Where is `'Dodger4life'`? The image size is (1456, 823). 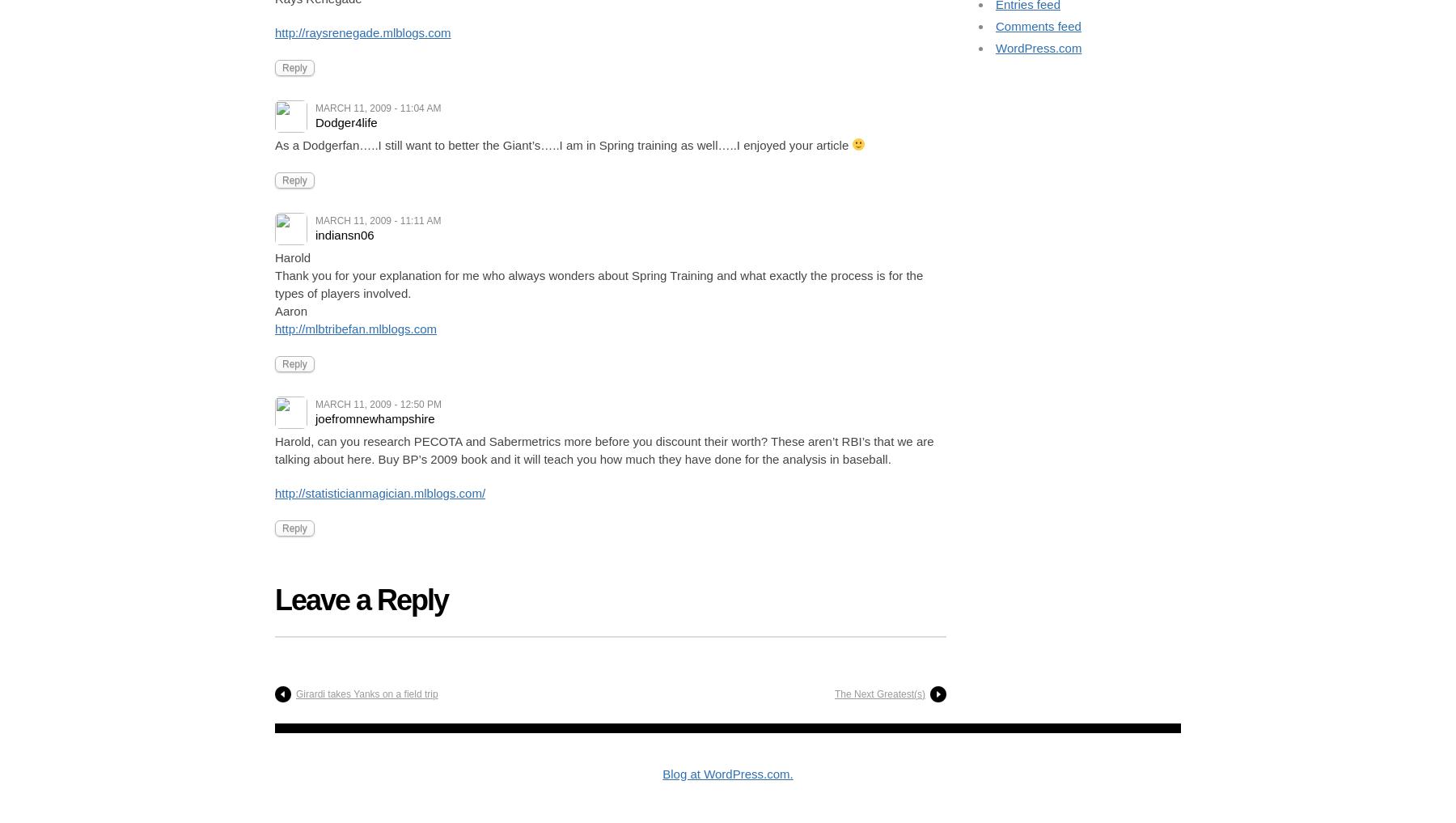
'Dodger4life' is located at coordinates (346, 121).